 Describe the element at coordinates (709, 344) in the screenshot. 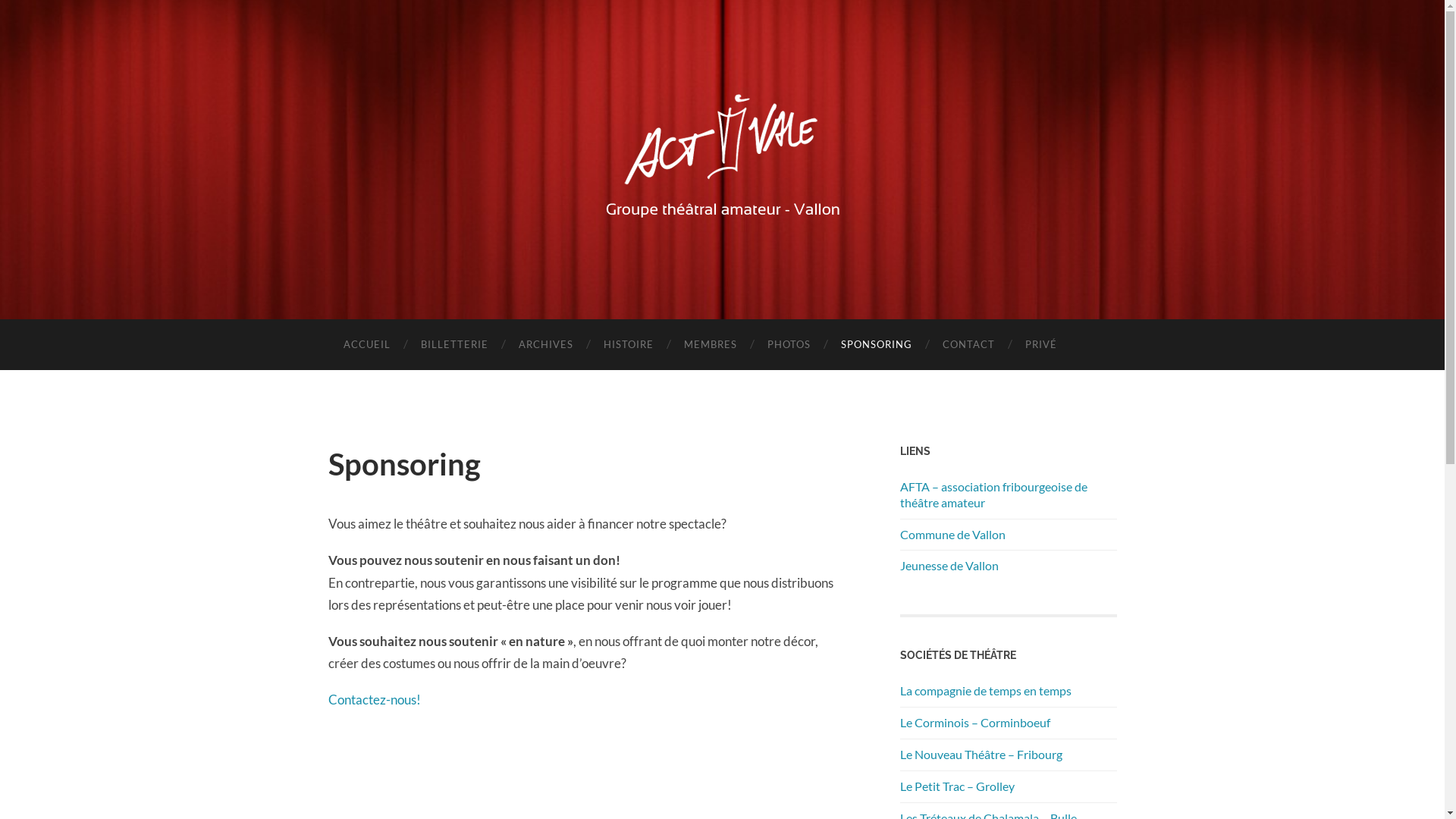

I see `'MEMBRES'` at that location.